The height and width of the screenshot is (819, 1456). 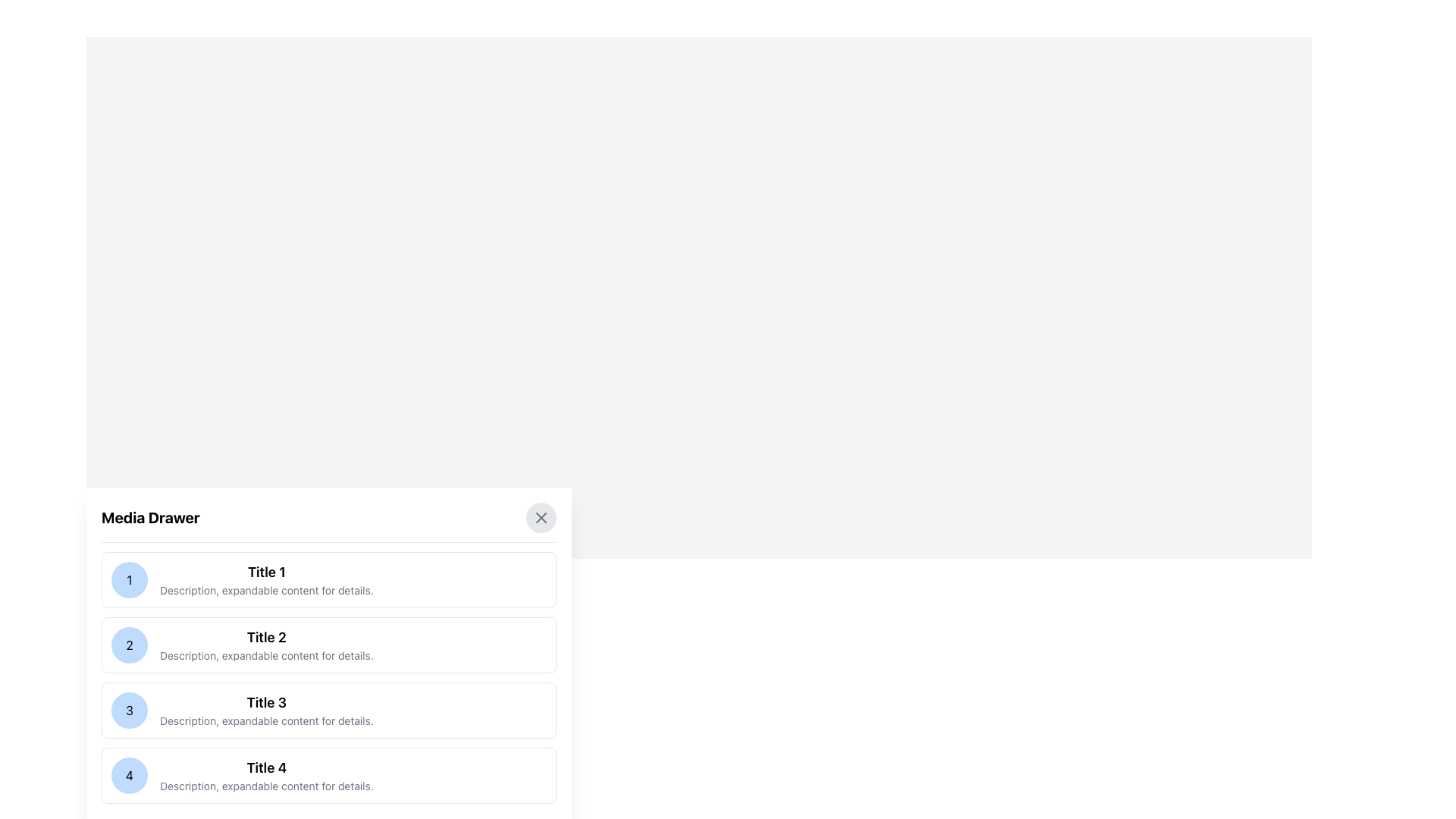 What do you see at coordinates (266, 786) in the screenshot?
I see `the static text label that provides additional details for the 'Title 4' heading, located directly below it in the vertically arranged list` at bounding box center [266, 786].